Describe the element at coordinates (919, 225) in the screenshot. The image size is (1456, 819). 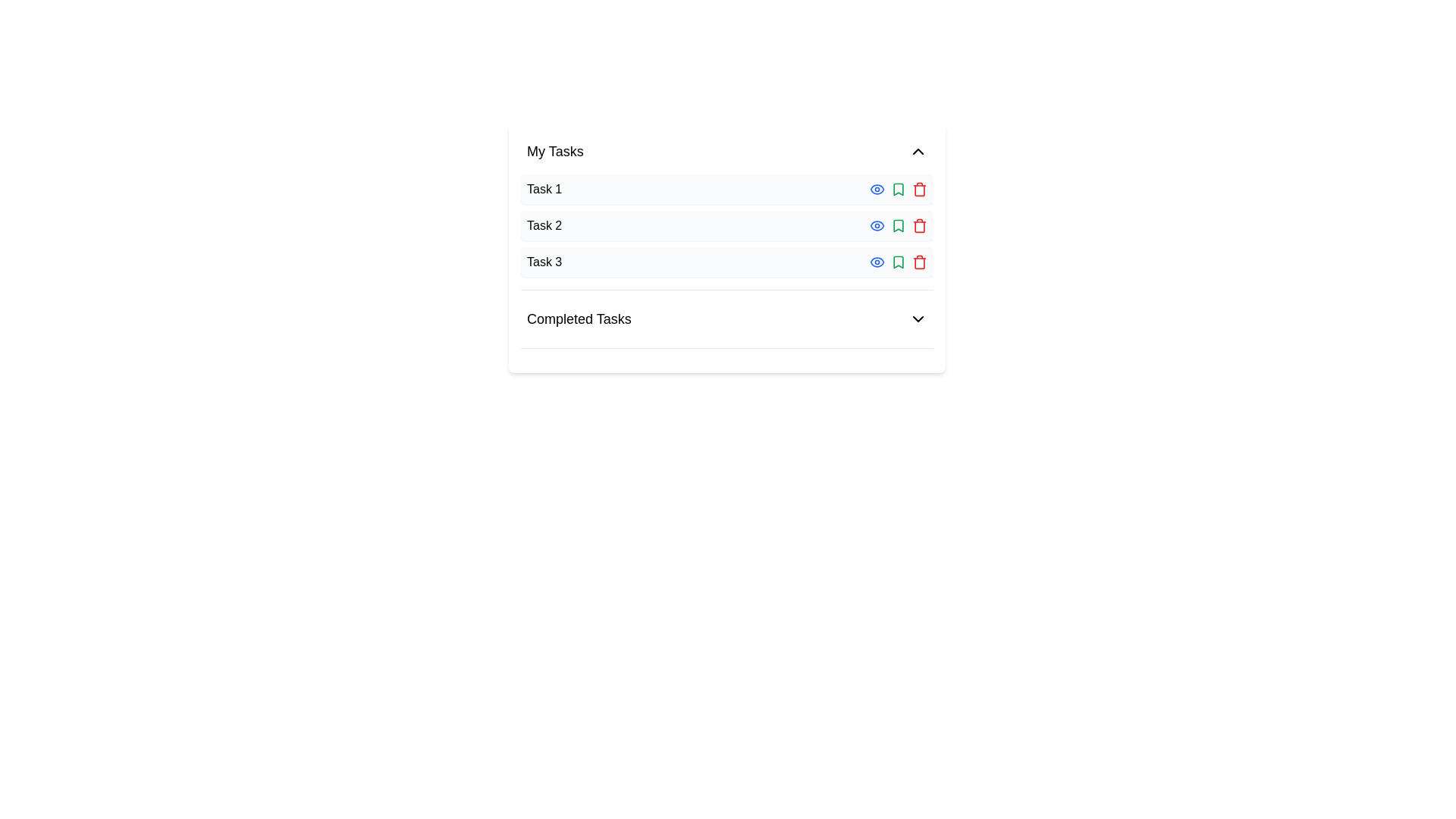
I see `the delete button on the right side of the second task in the 'My Tasks' list` at that location.